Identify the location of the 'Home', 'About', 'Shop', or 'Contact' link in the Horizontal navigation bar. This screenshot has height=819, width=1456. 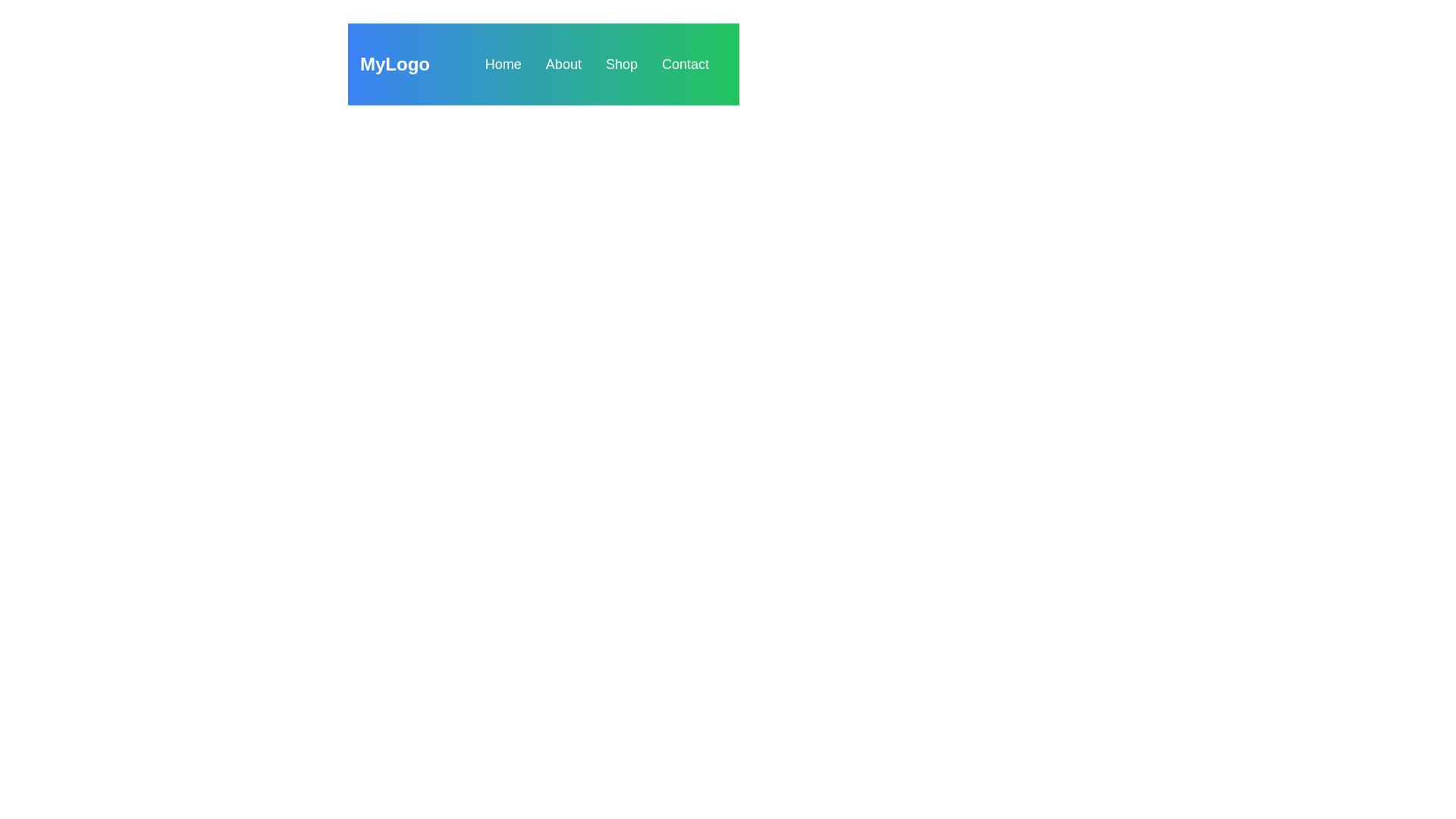
(543, 63).